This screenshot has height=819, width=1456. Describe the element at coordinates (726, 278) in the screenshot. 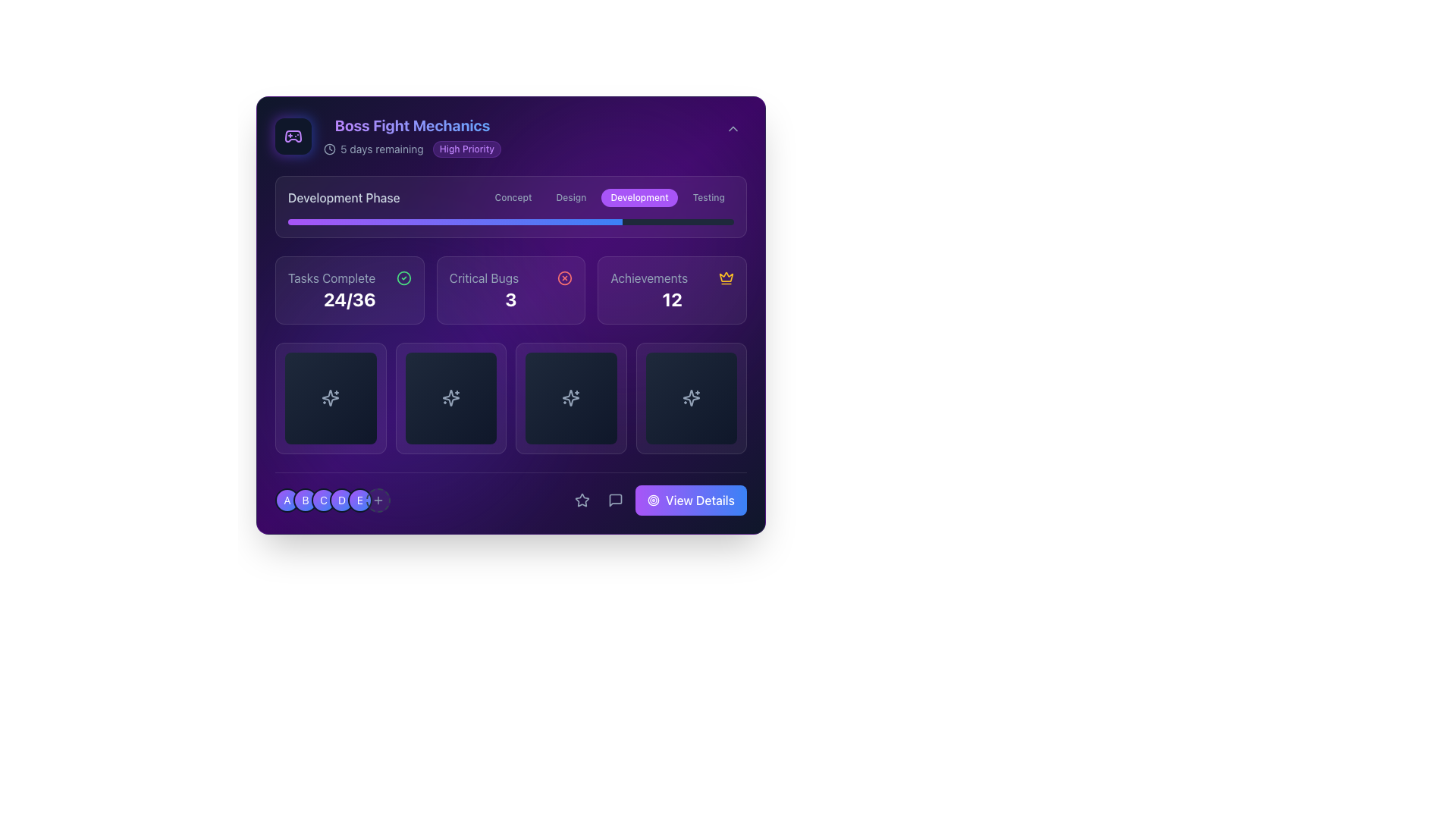

I see `the bold amber crown icon` at that location.